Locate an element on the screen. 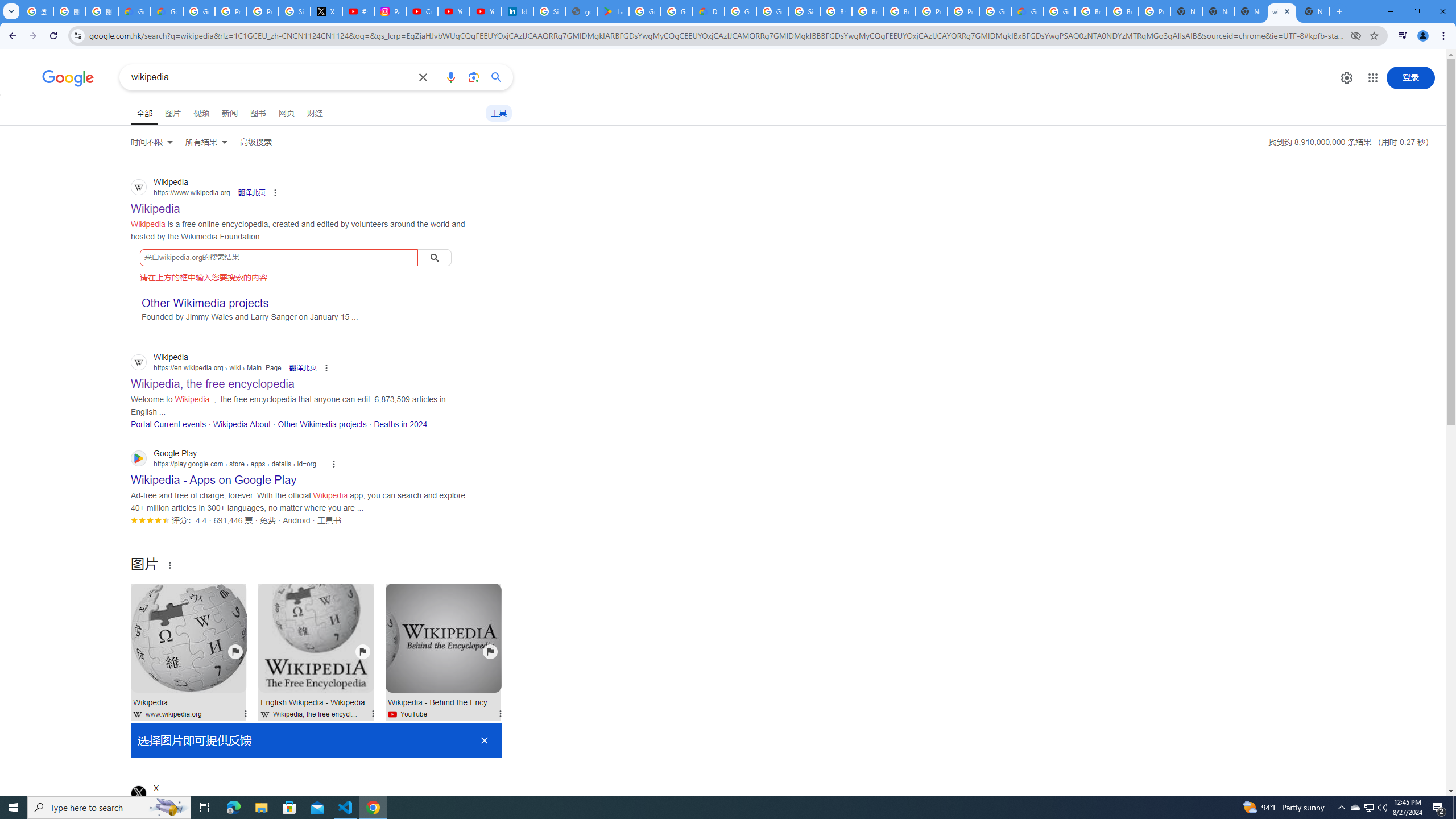 Image resolution: width=1456 pixels, height=819 pixels. 'Google Cloud Estimate Summary' is located at coordinates (1027, 11).